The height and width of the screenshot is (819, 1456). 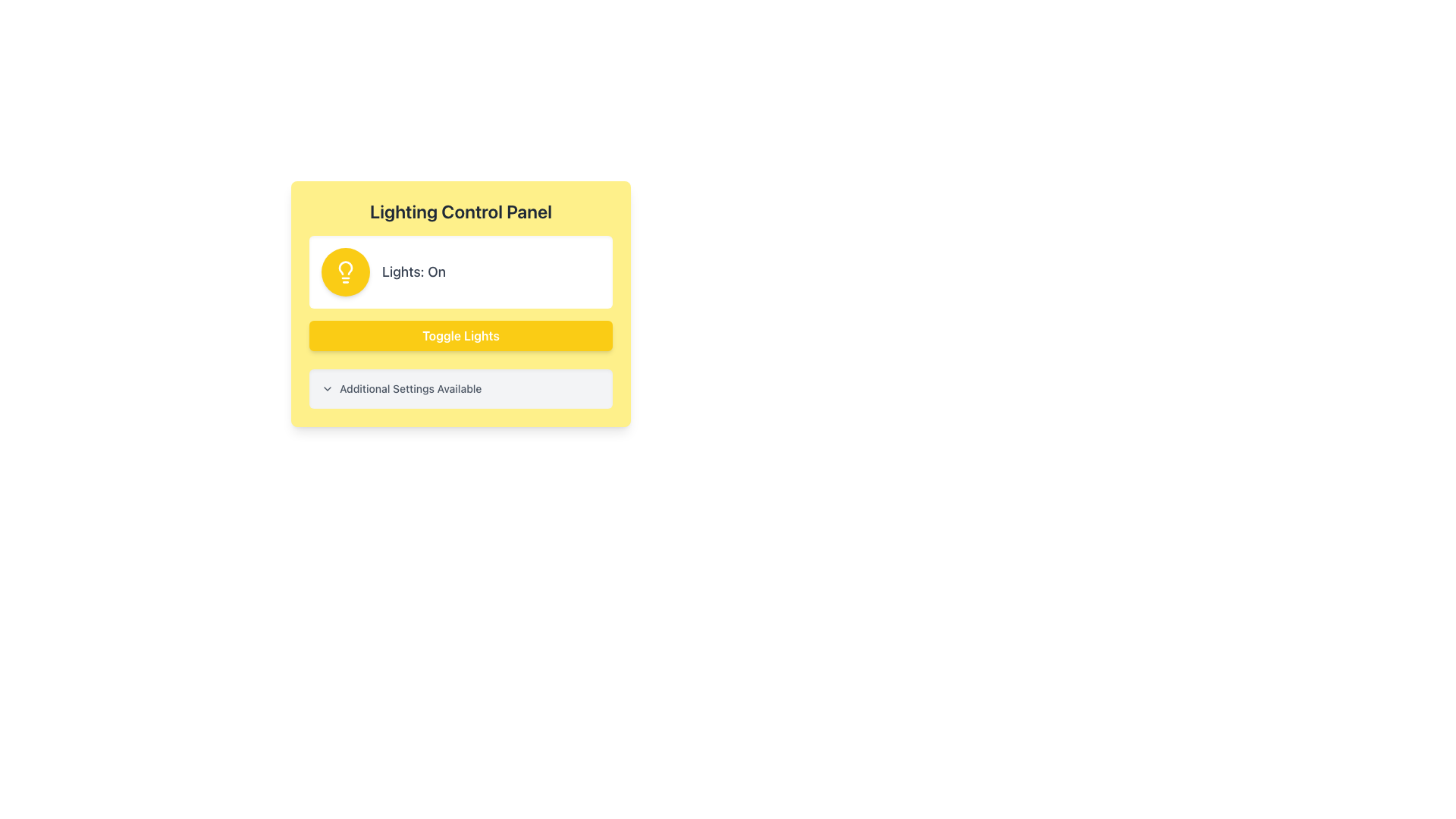 What do you see at coordinates (345, 271) in the screenshot?
I see `the icon indicating the status of the lights, located to the left of the 'Lights: On' label in the 'Lighting Control Panel' interface` at bounding box center [345, 271].